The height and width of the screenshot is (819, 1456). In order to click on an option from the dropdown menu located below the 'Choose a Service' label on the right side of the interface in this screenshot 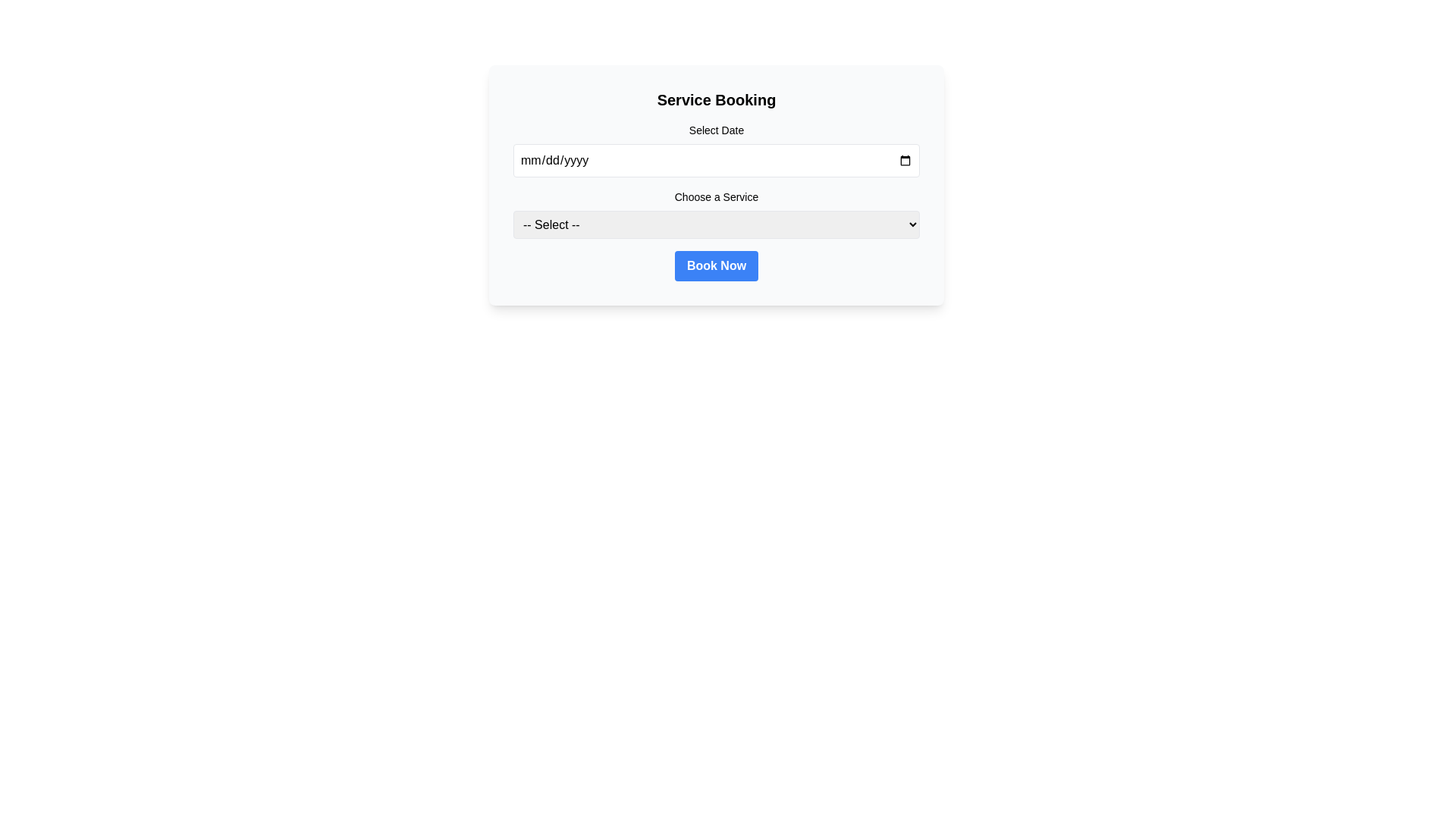, I will do `click(716, 224)`.